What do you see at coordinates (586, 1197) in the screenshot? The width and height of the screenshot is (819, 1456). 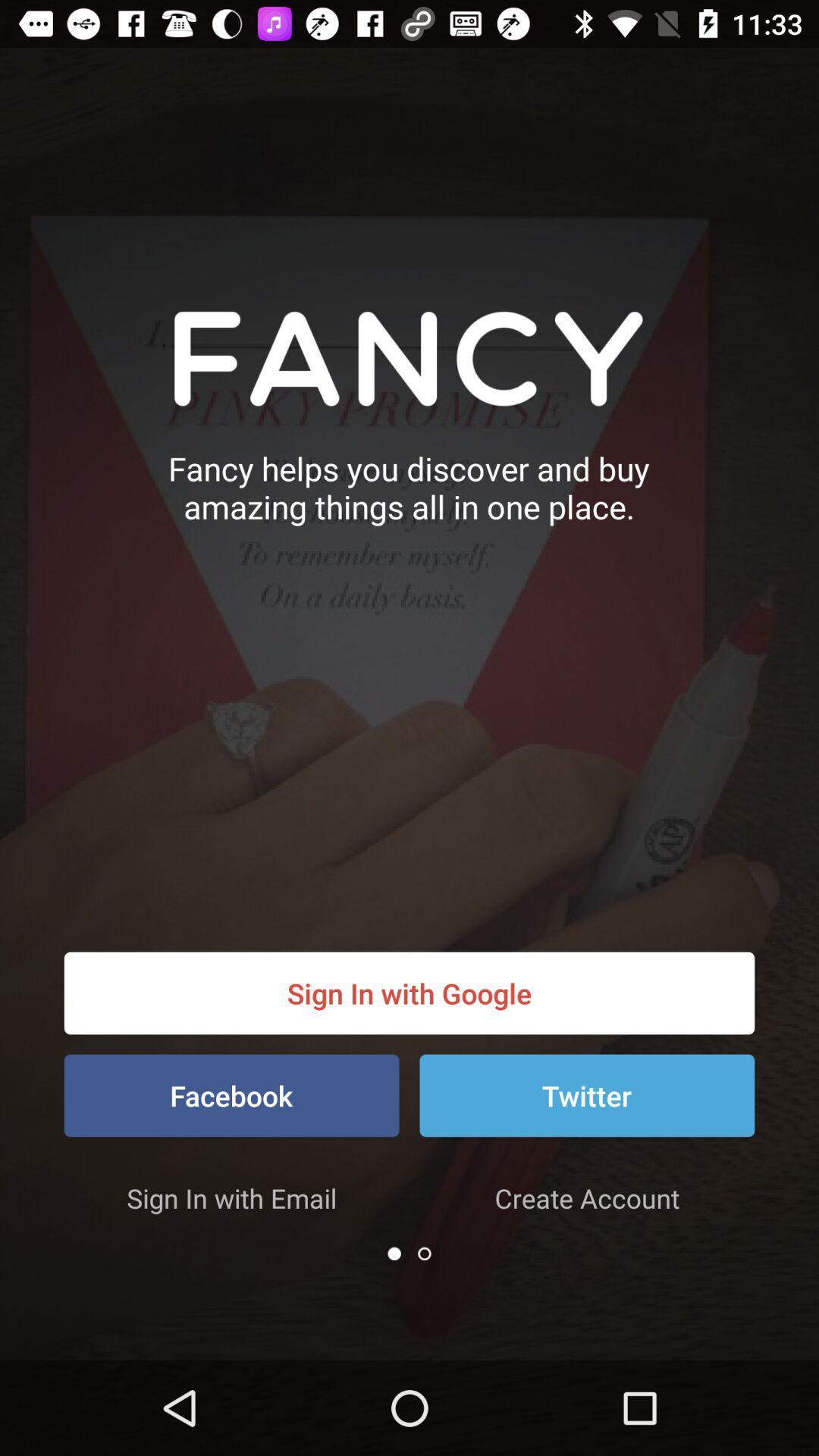 I see `the create account` at bounding box center [586, 1197].